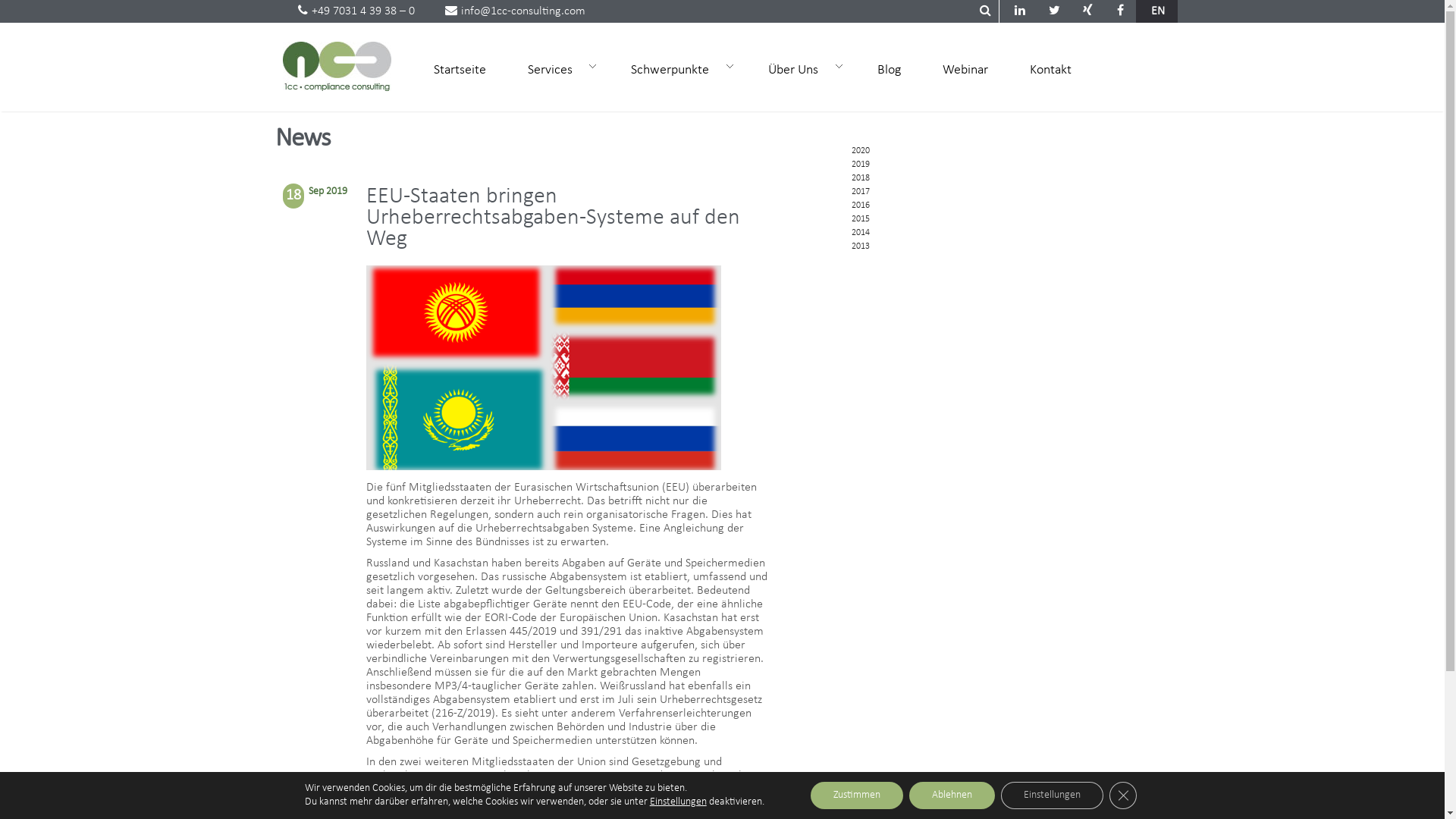  What do you see at coordinates (964, 69) in the screenshot?
I see `'Webinar'` at bounding box center [964, 69].